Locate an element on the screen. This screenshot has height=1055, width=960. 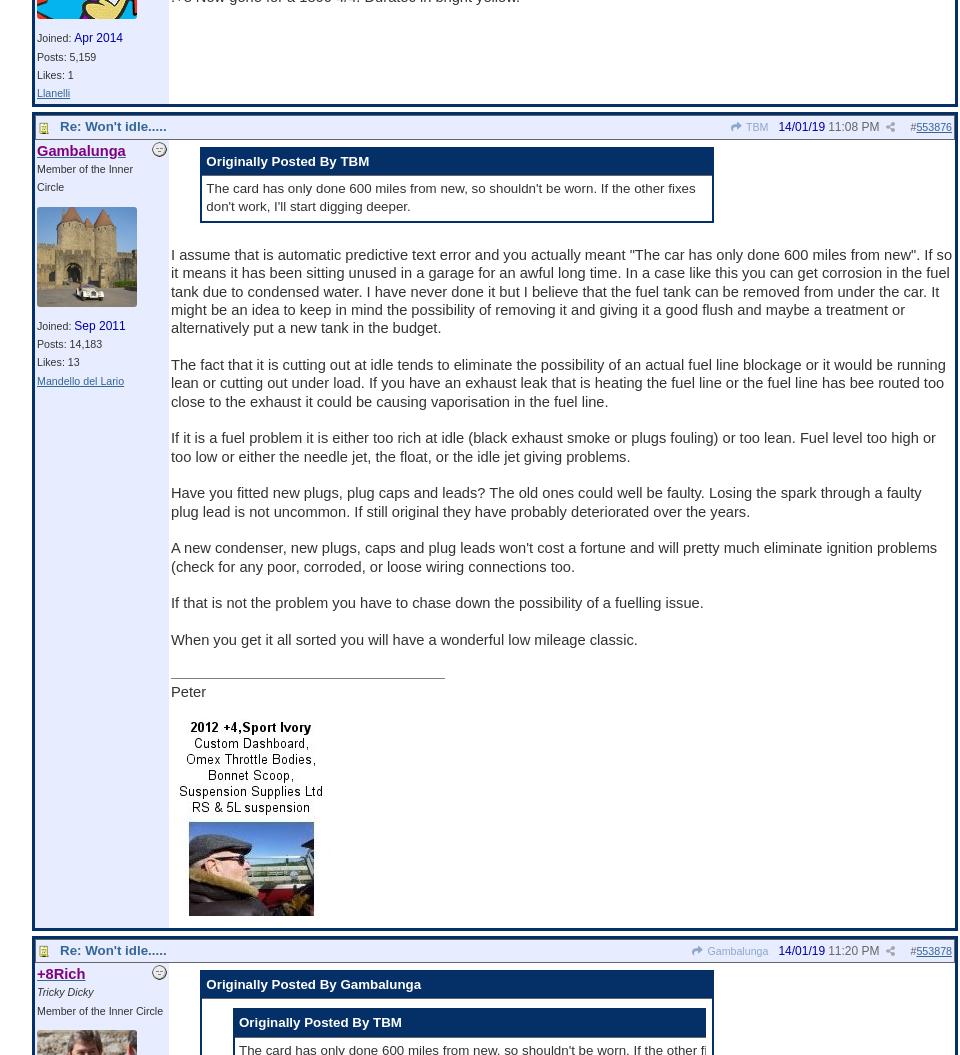
'When you get it all sorted you will have a wonderful low mileage classic.' is located at coordinates (169, 639).